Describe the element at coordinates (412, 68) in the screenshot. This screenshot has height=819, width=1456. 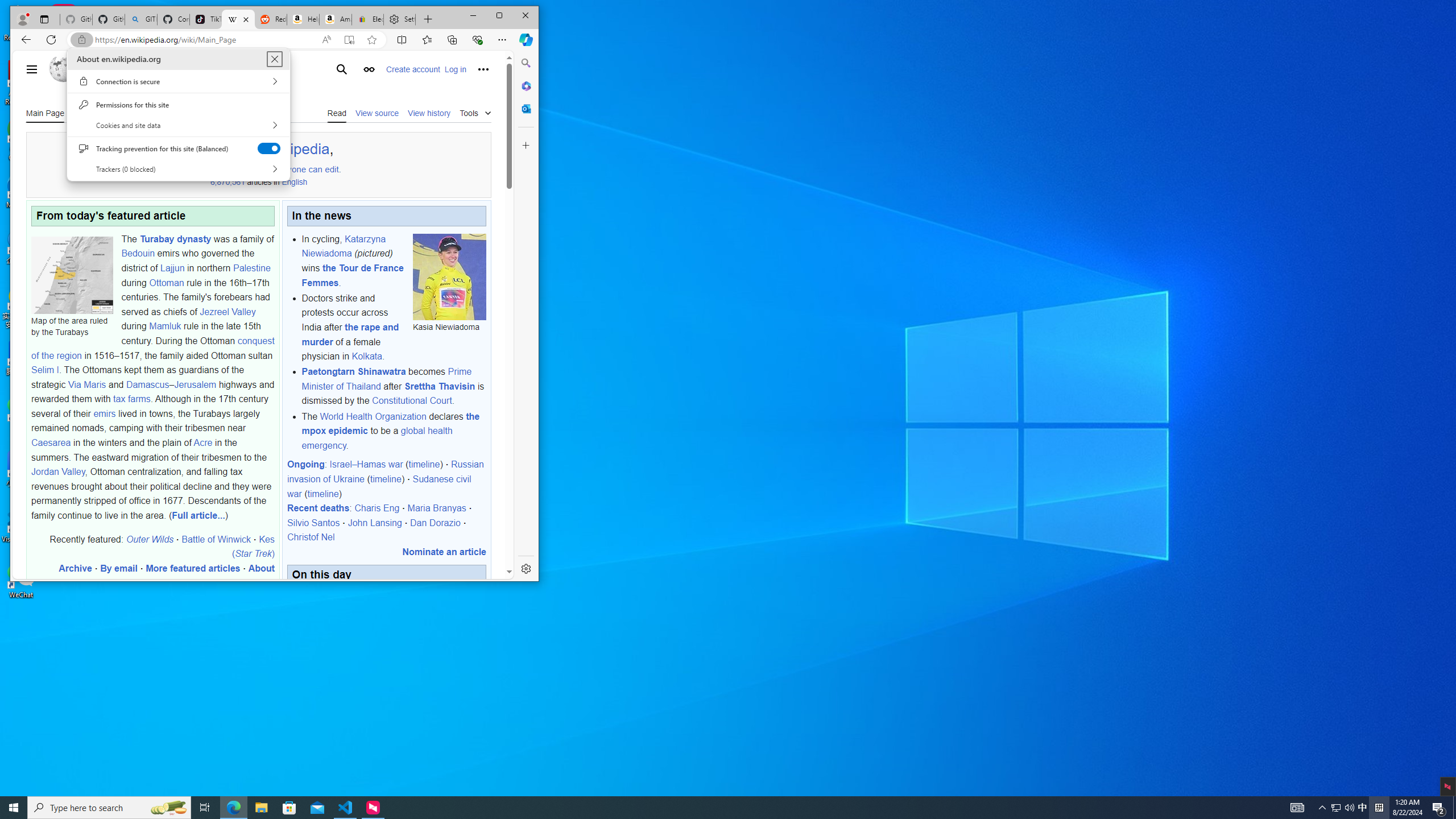
I see `'Create account'` at that location.